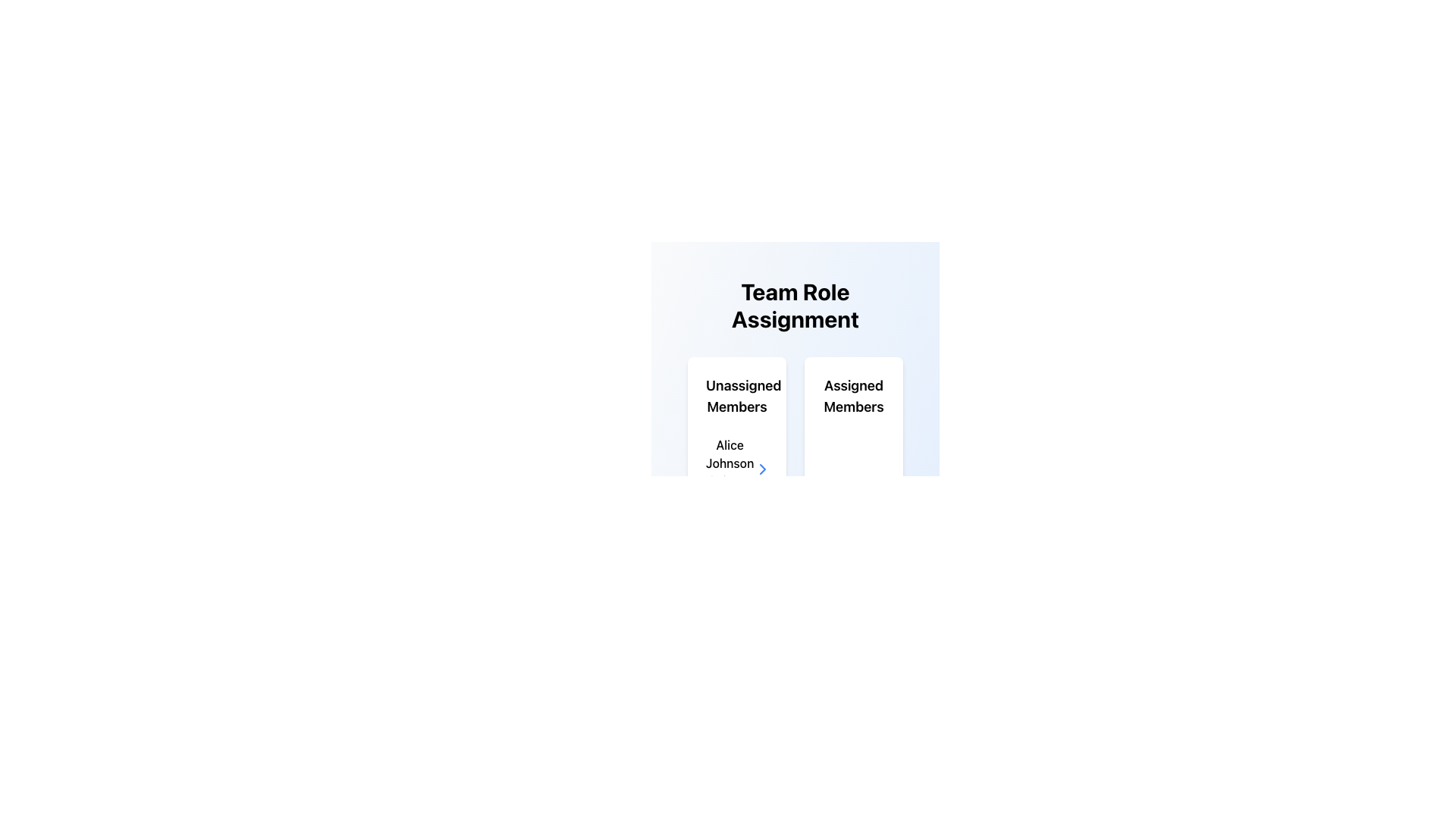  I want to click on the first item in the 'Unassigned Members' list under the 'Team Role Assignment' heading, which represents a selectable role assignment option, so click(736, 468).